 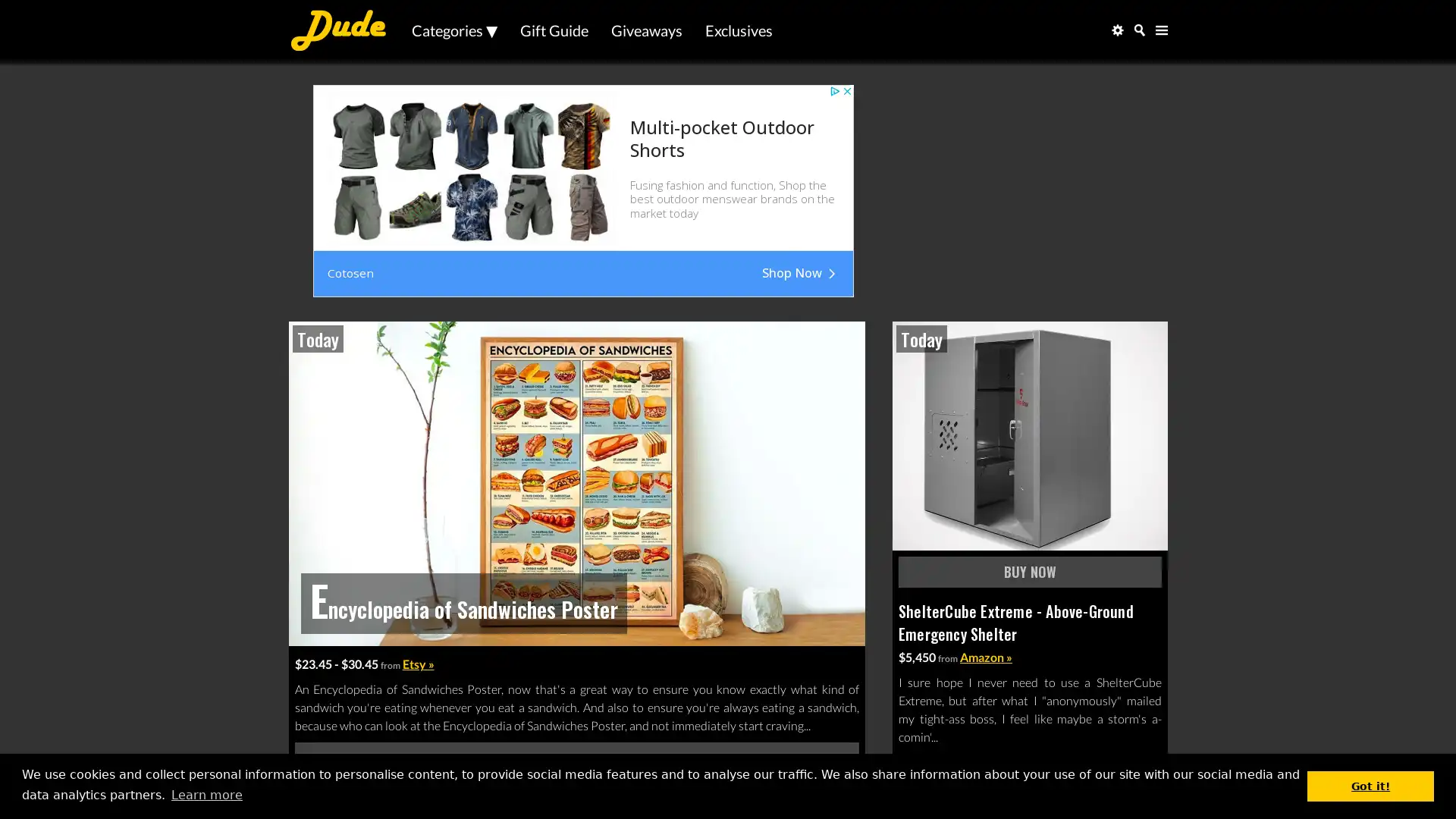 What do you see at coordinates (1370, 785) in the screenshot?
I see `dismiss cookie message` at bounding box center [1370, 785].